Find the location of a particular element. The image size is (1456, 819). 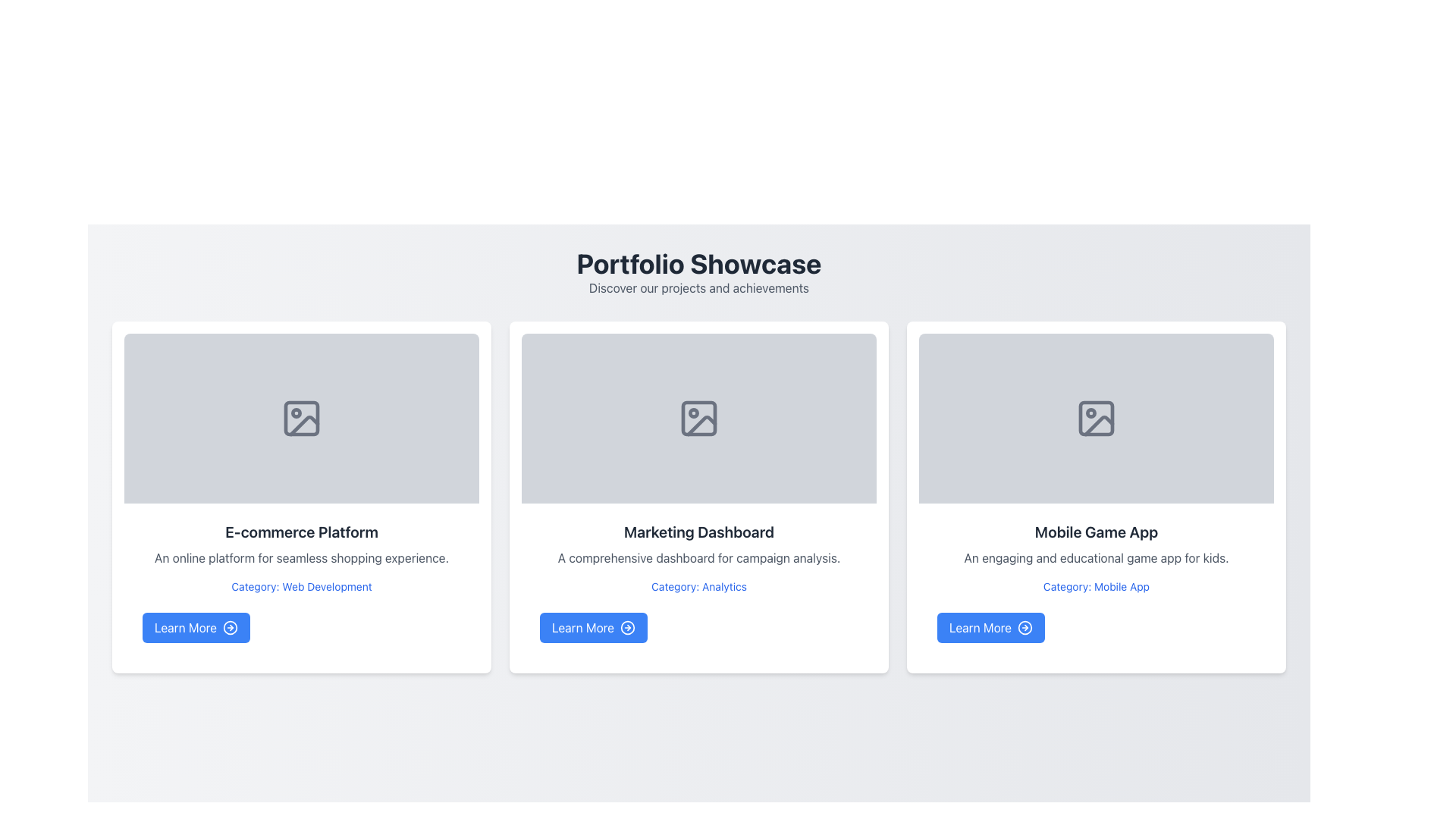

the icon located to the right of the text on the blue button labeled 'Learn More' is located at coordinates (230, 628).